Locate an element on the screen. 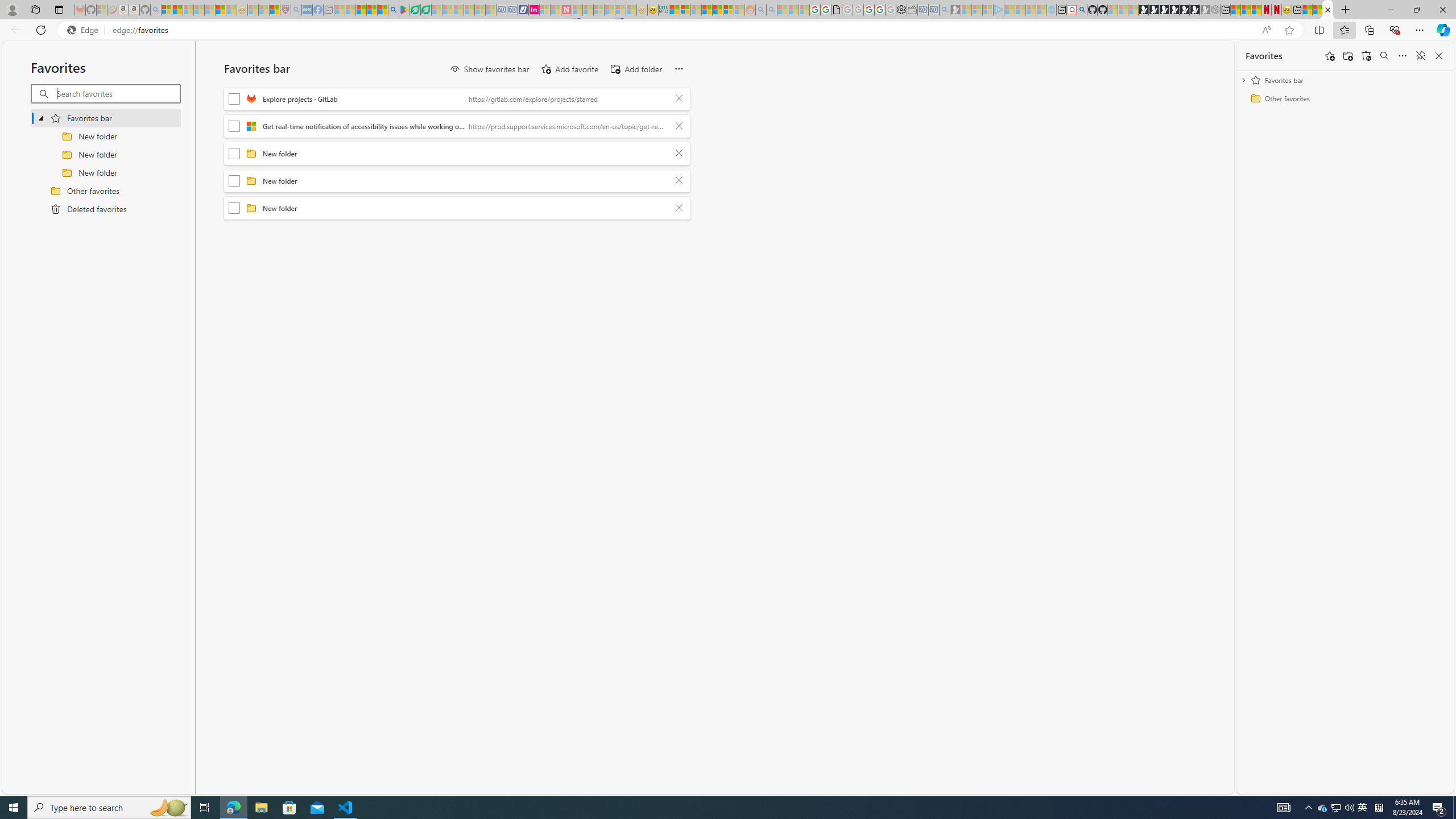 The width and height of the screenshot is (1456, 819). 'New Tab' is located at coordinates (1345, 9).